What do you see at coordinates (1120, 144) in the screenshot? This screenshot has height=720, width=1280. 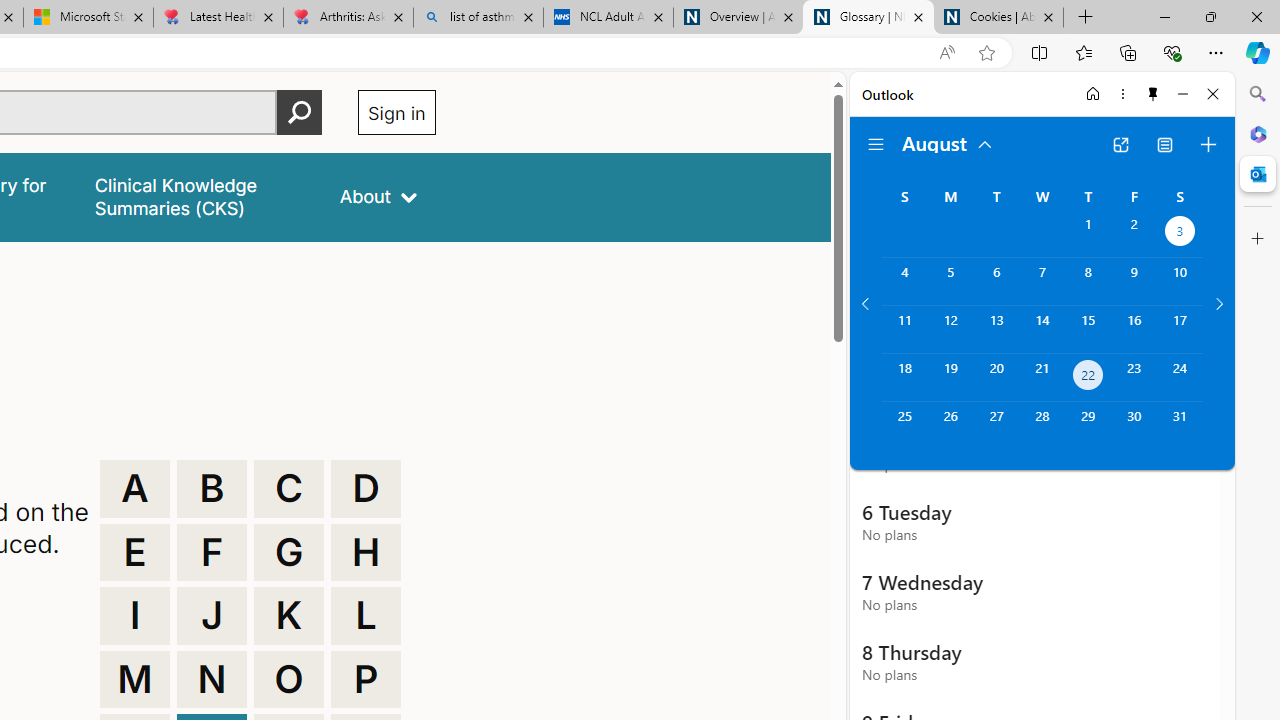 I see `'Open in new tab'` at bounding box center [1120, 144].